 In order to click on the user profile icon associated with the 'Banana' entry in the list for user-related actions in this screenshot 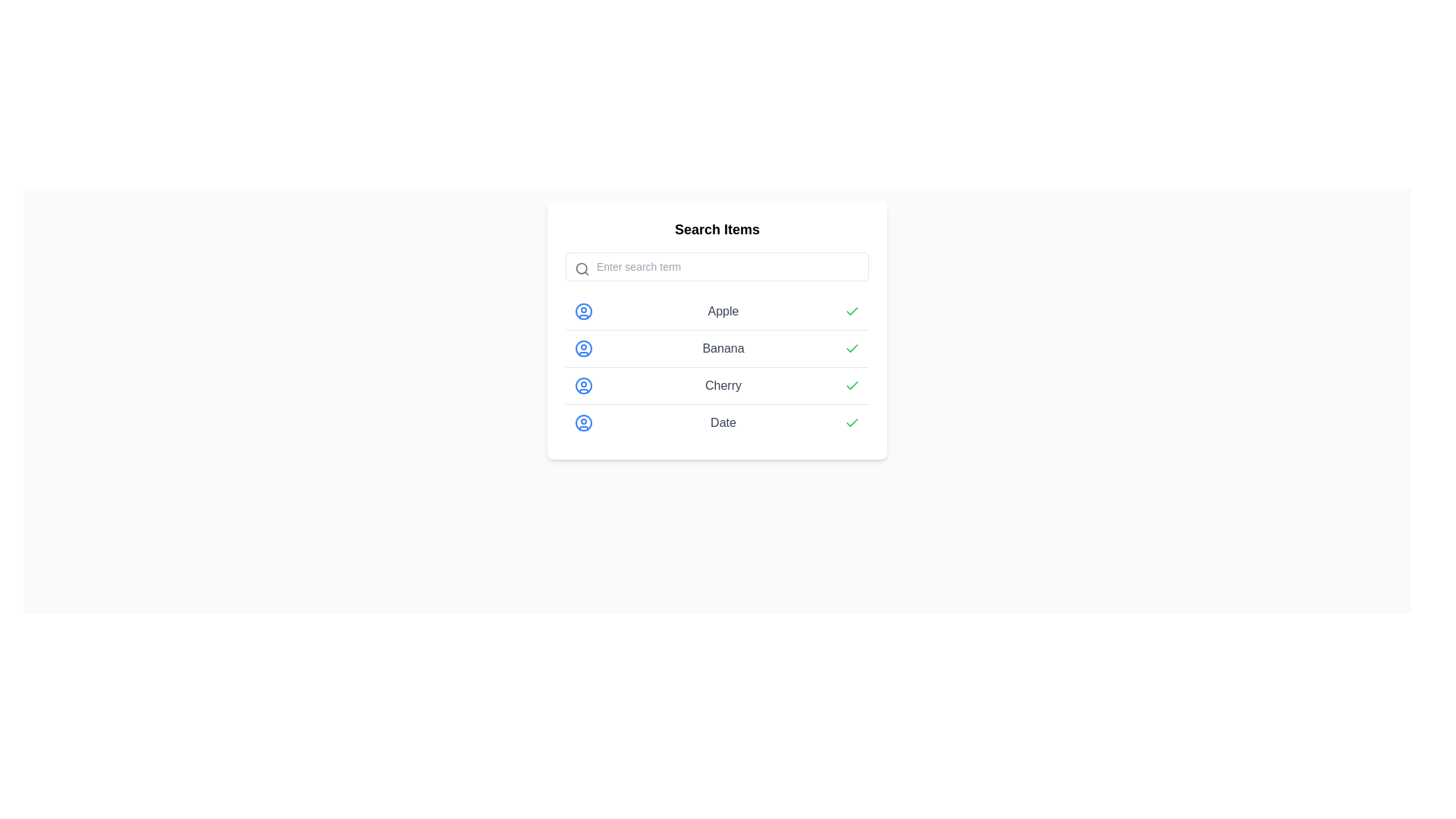, I will do `click(582, 348)`.